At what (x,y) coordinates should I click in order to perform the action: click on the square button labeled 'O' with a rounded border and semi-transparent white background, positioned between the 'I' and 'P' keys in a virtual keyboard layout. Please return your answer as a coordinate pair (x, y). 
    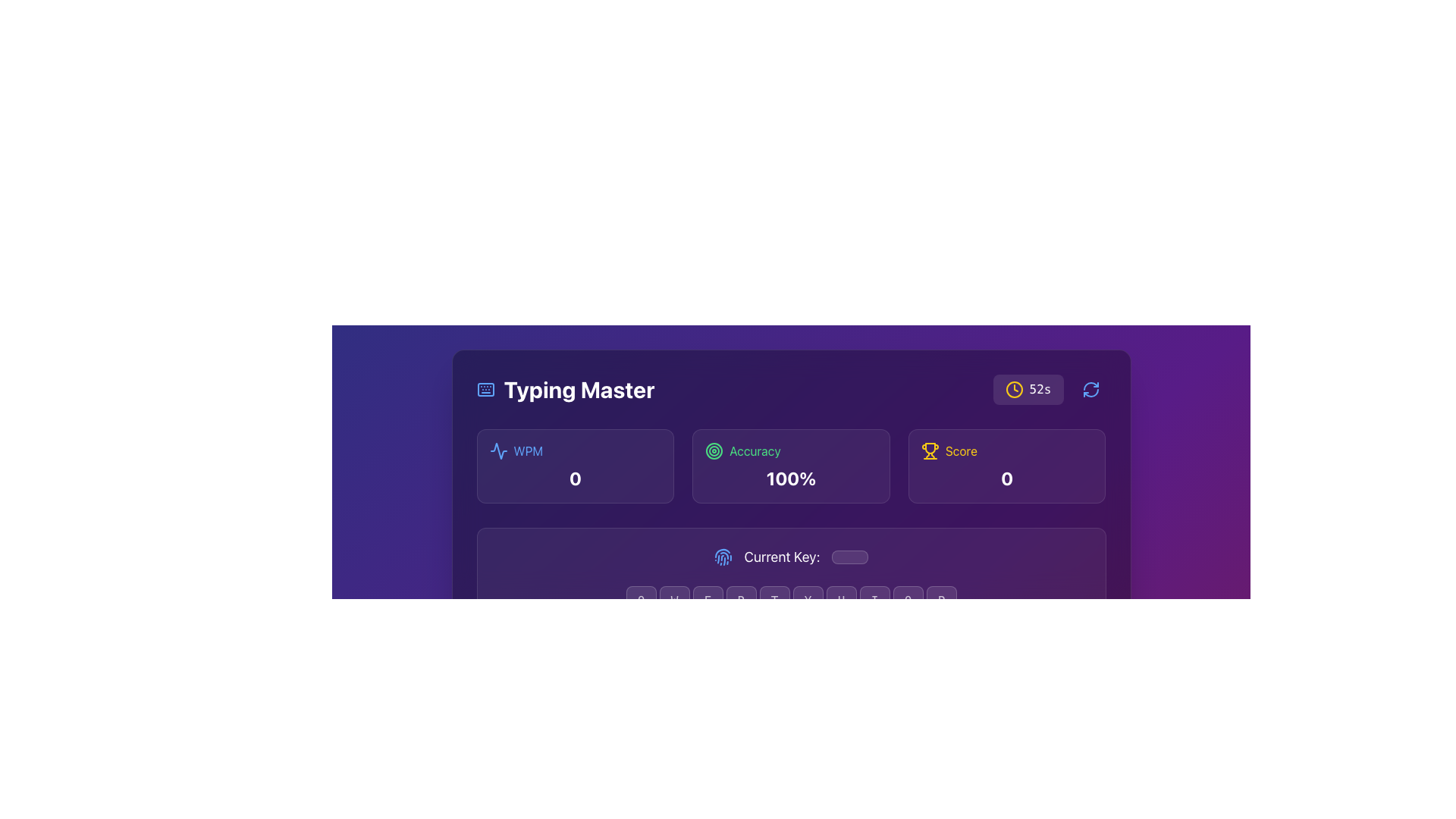
    Looking at the image, I should click on (908, 601).